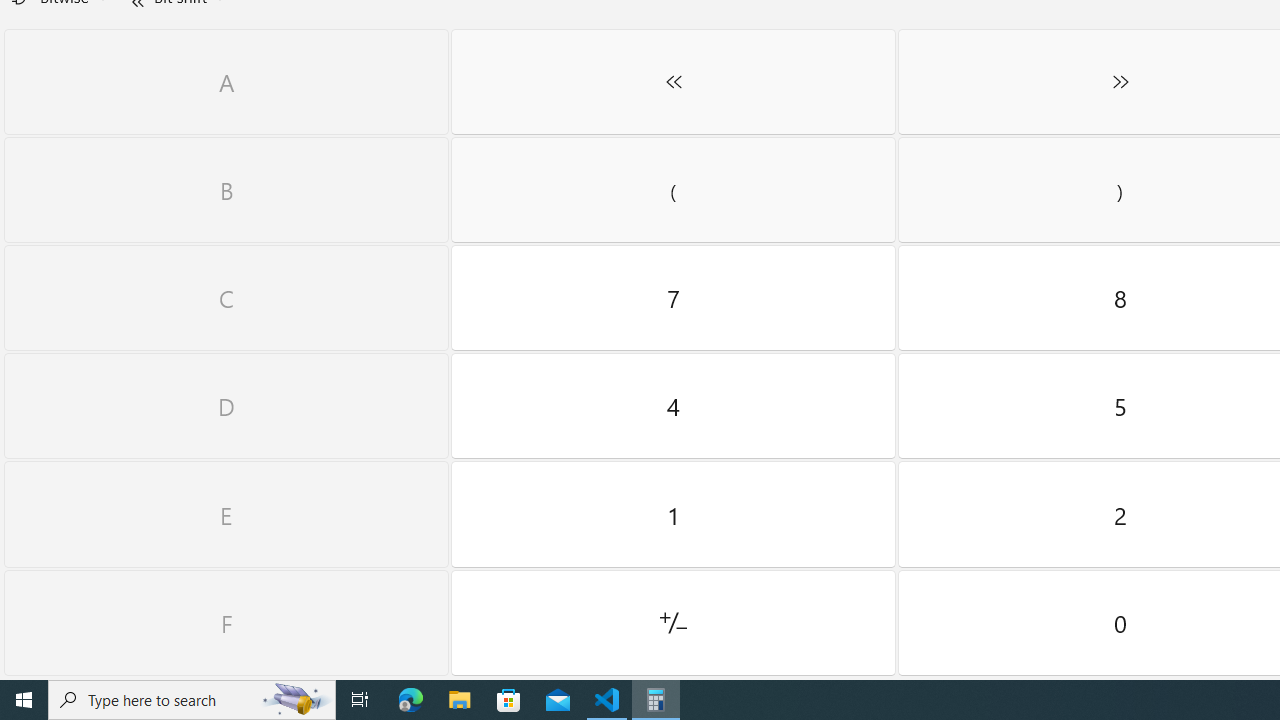  I want to click on 'Microsoft Edge', so click(410, 698).